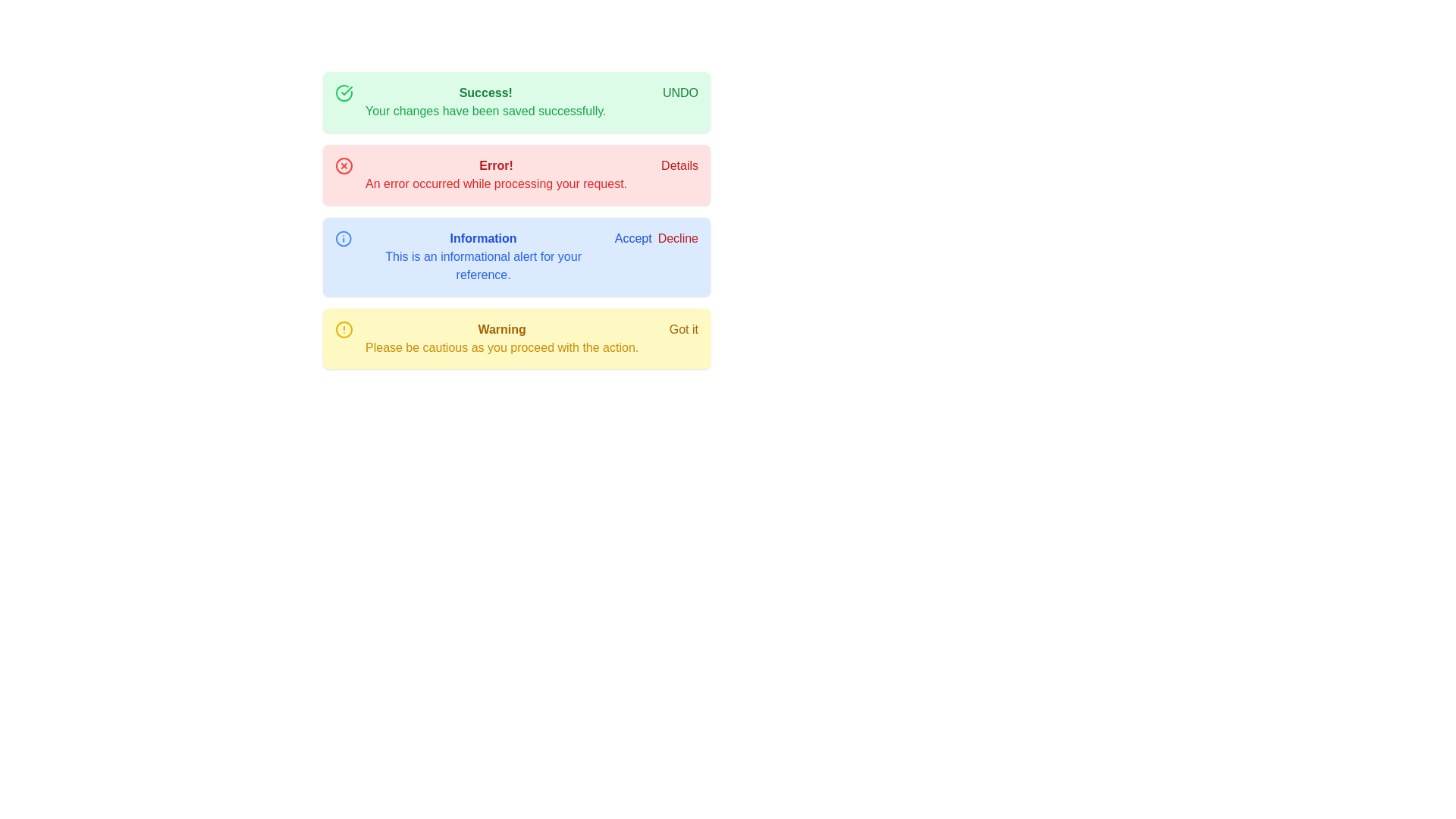  I want to click on the green circular checkmark icon that signifies a successful action, located in the upper section of the green notification banner labeled 'Success!', so click(346, 90).